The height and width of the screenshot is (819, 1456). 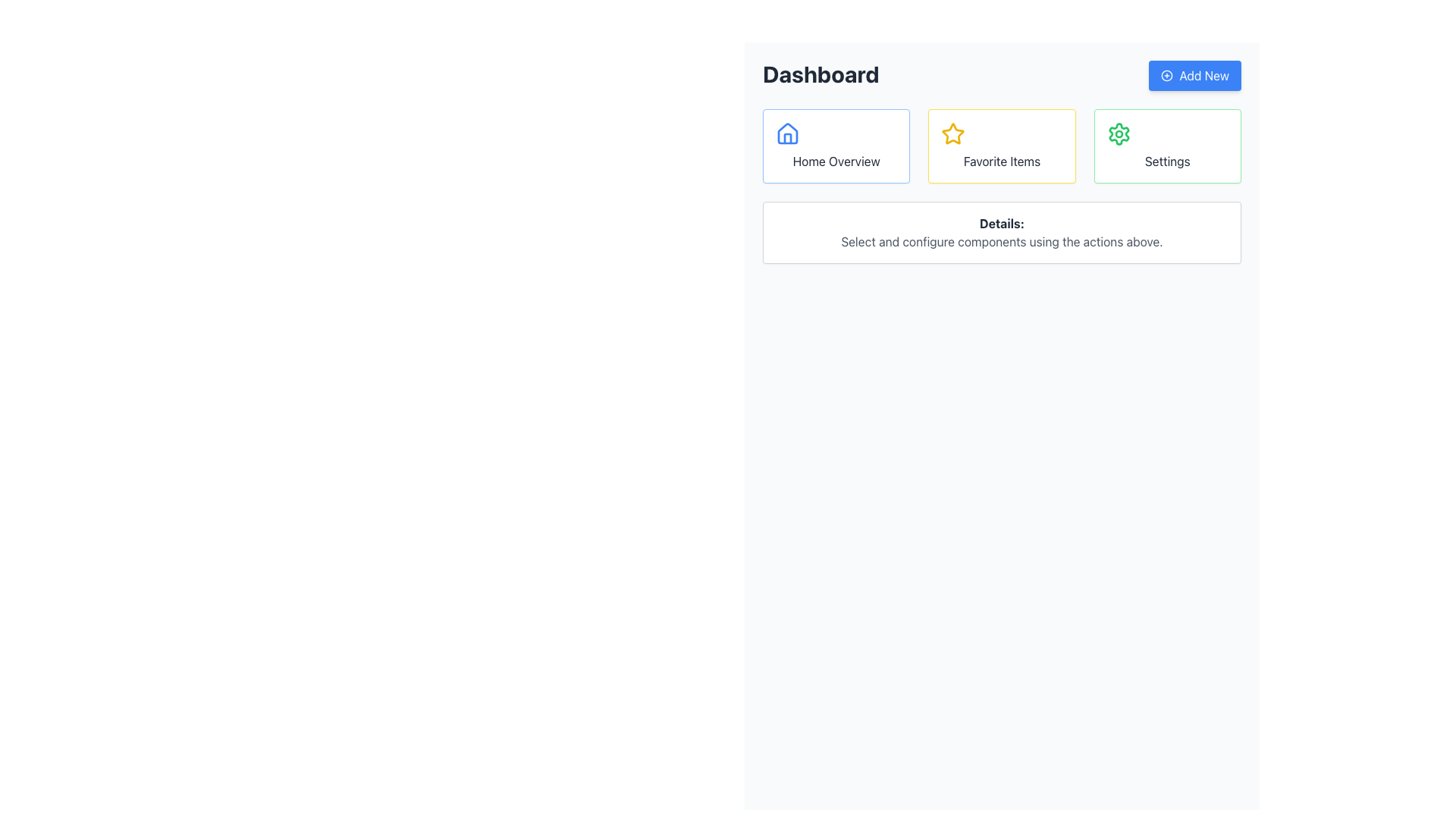 I want to click on the star-shaped yellow icon located in the 'Favorite Items' section of the dashboard interface, so click(x=952, y=133).